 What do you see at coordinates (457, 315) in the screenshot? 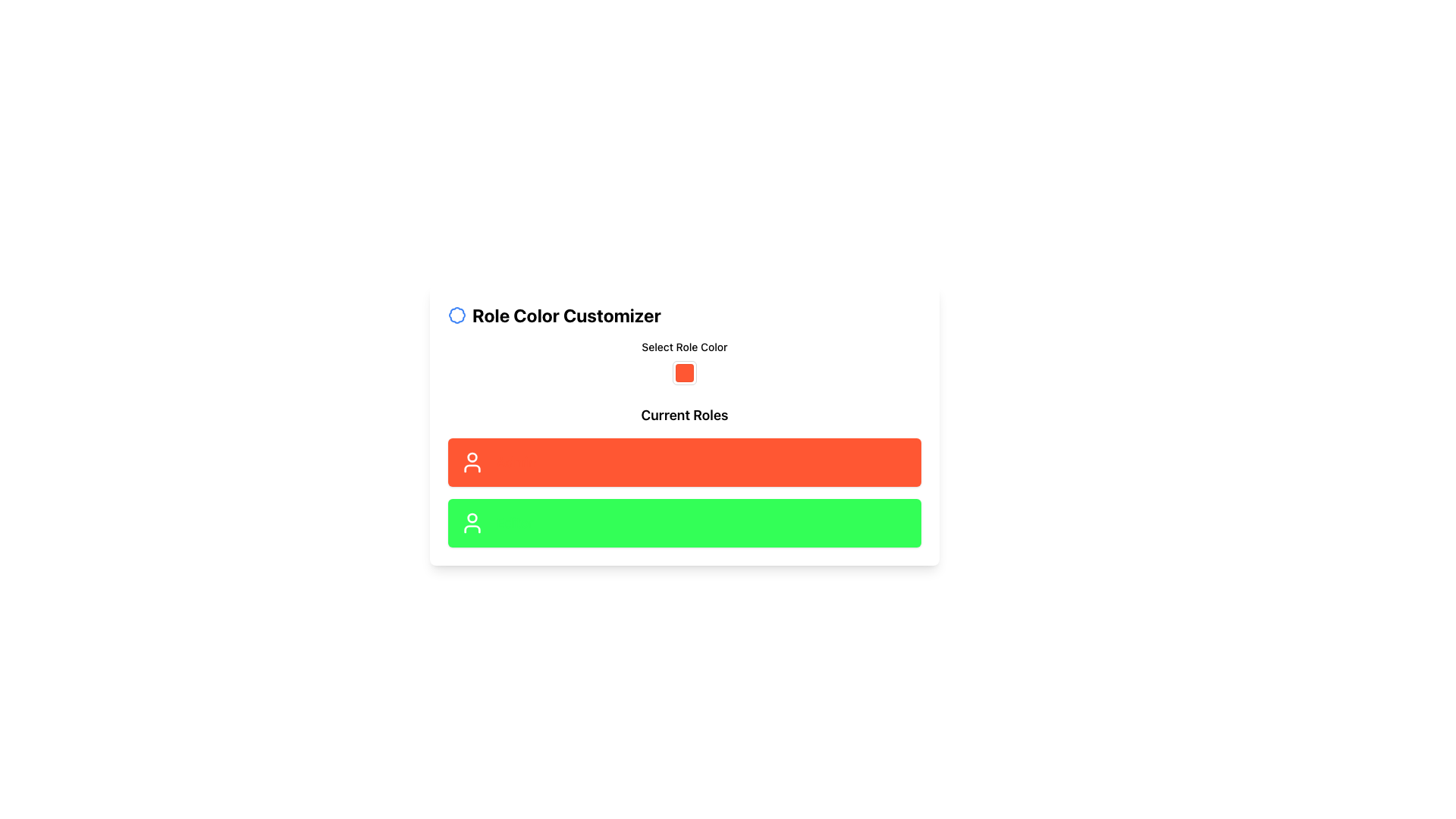
I see `the decorative badge icon representing the customization tool located in the header section of the 'Role Color Customizer' interface, positioned to the left of the text 'Role Color Customizer'` at bounding box center [457, 315].